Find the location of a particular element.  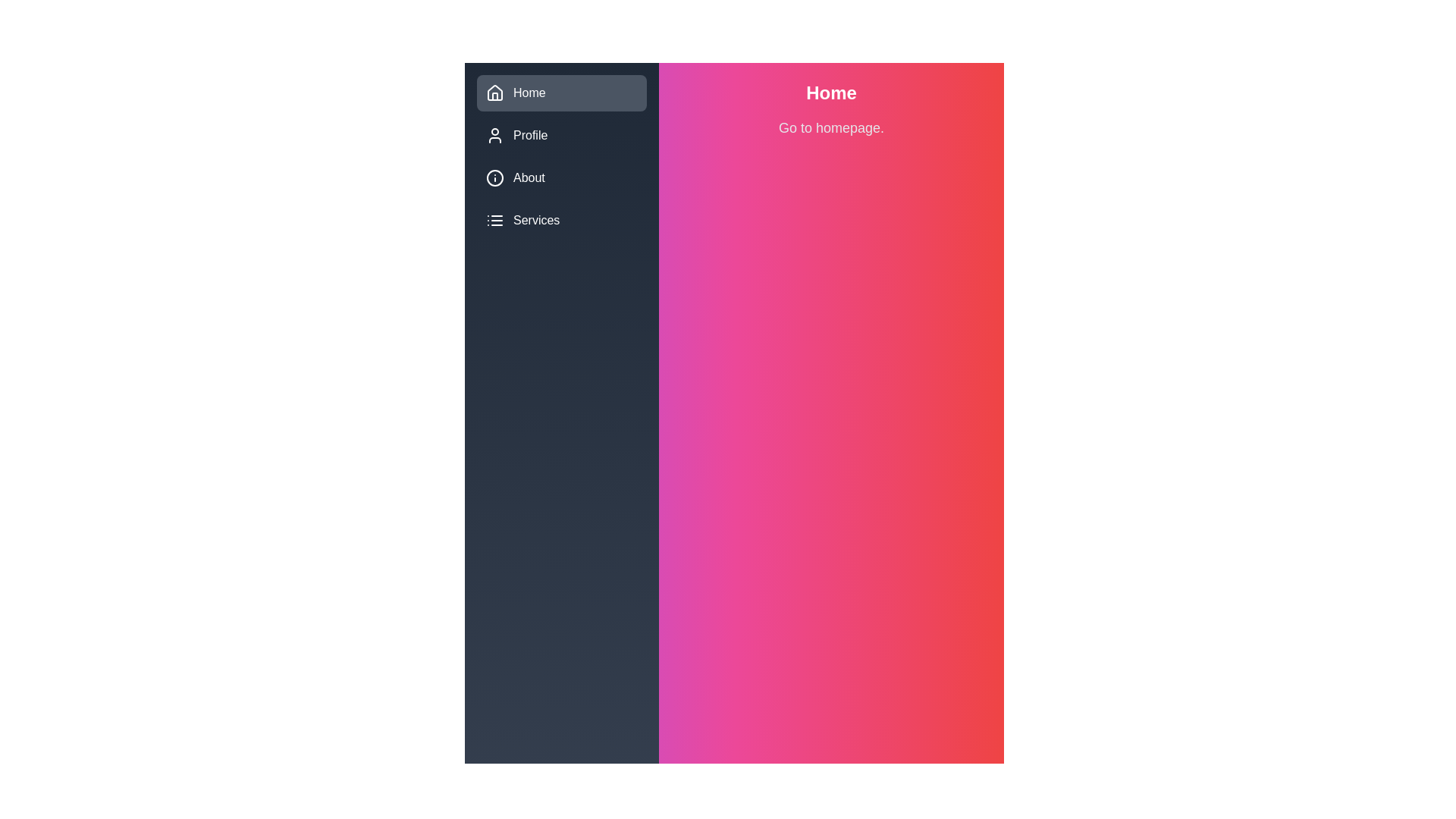

the menu item About to see its hover effect is located at coordinates (560, 177).